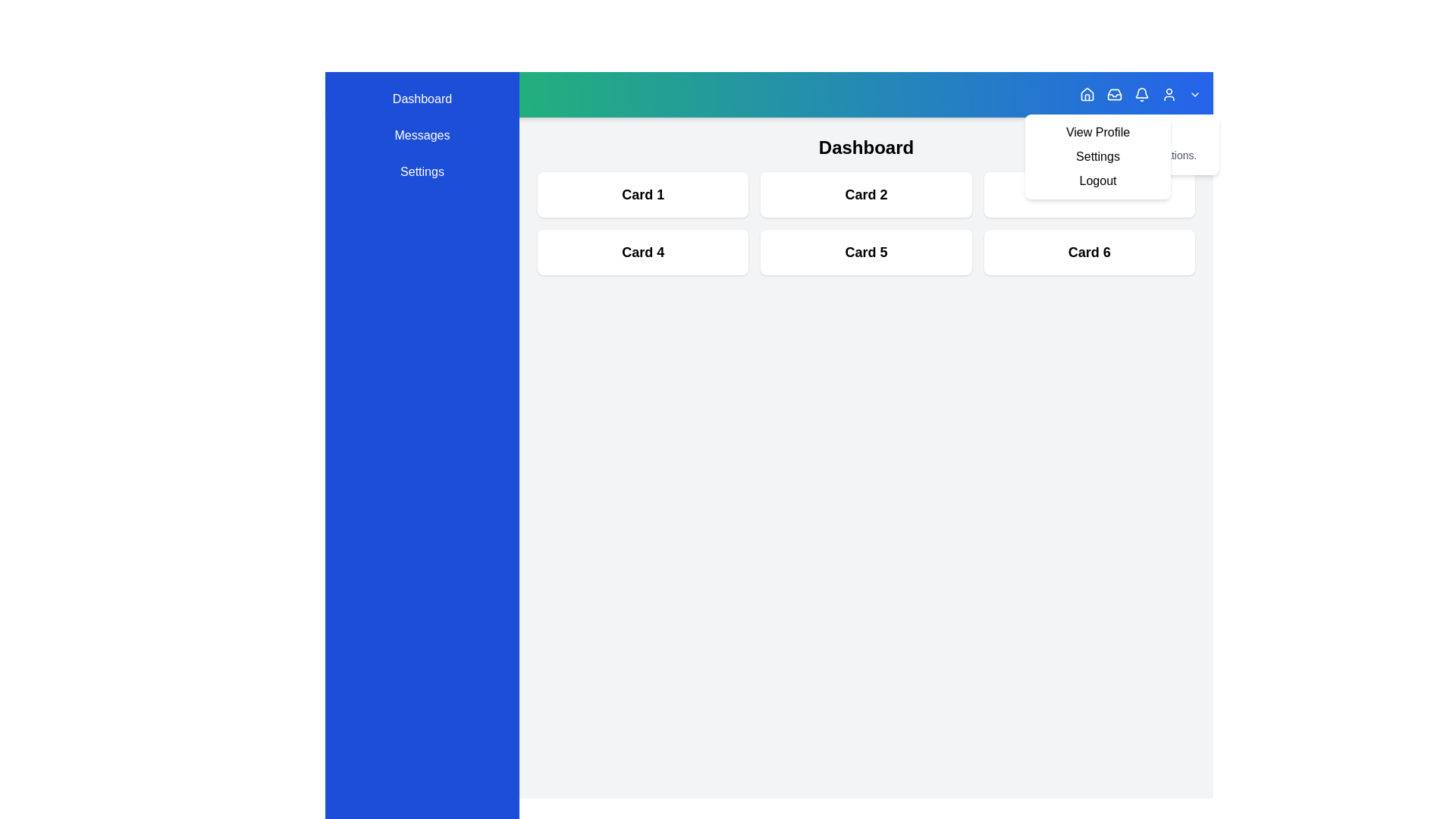  What do you see at coordinates (1140, 94) in the screenshot?
I see `the bell-shaped notification icon with a white stroke on a blue background, located in the top-right corner of the interface` at bounding box center [1140, 94].